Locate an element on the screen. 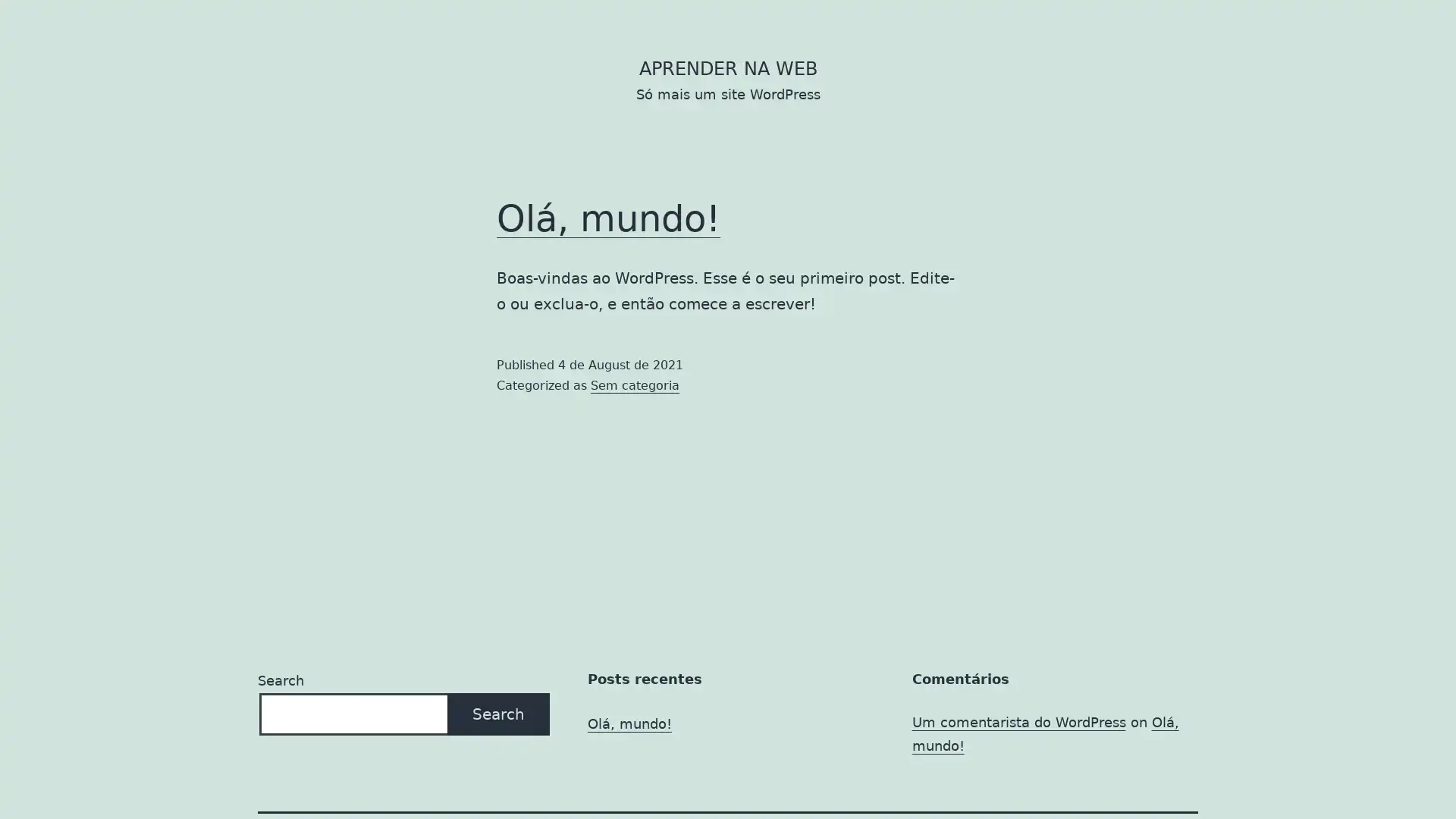  Search is located at coordinates (498, 714).